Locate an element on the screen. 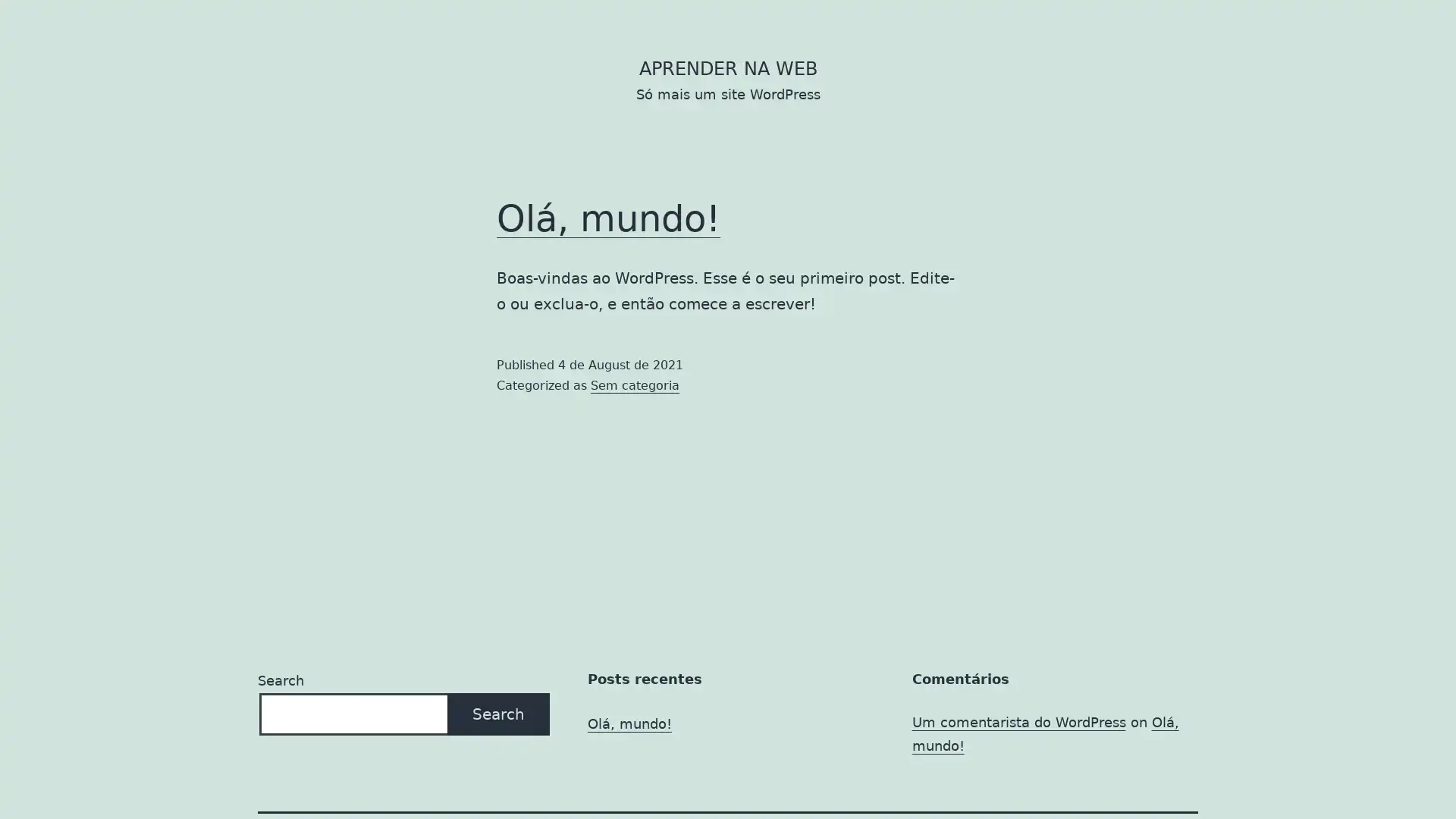  Search is located at coordinates (498, 714).